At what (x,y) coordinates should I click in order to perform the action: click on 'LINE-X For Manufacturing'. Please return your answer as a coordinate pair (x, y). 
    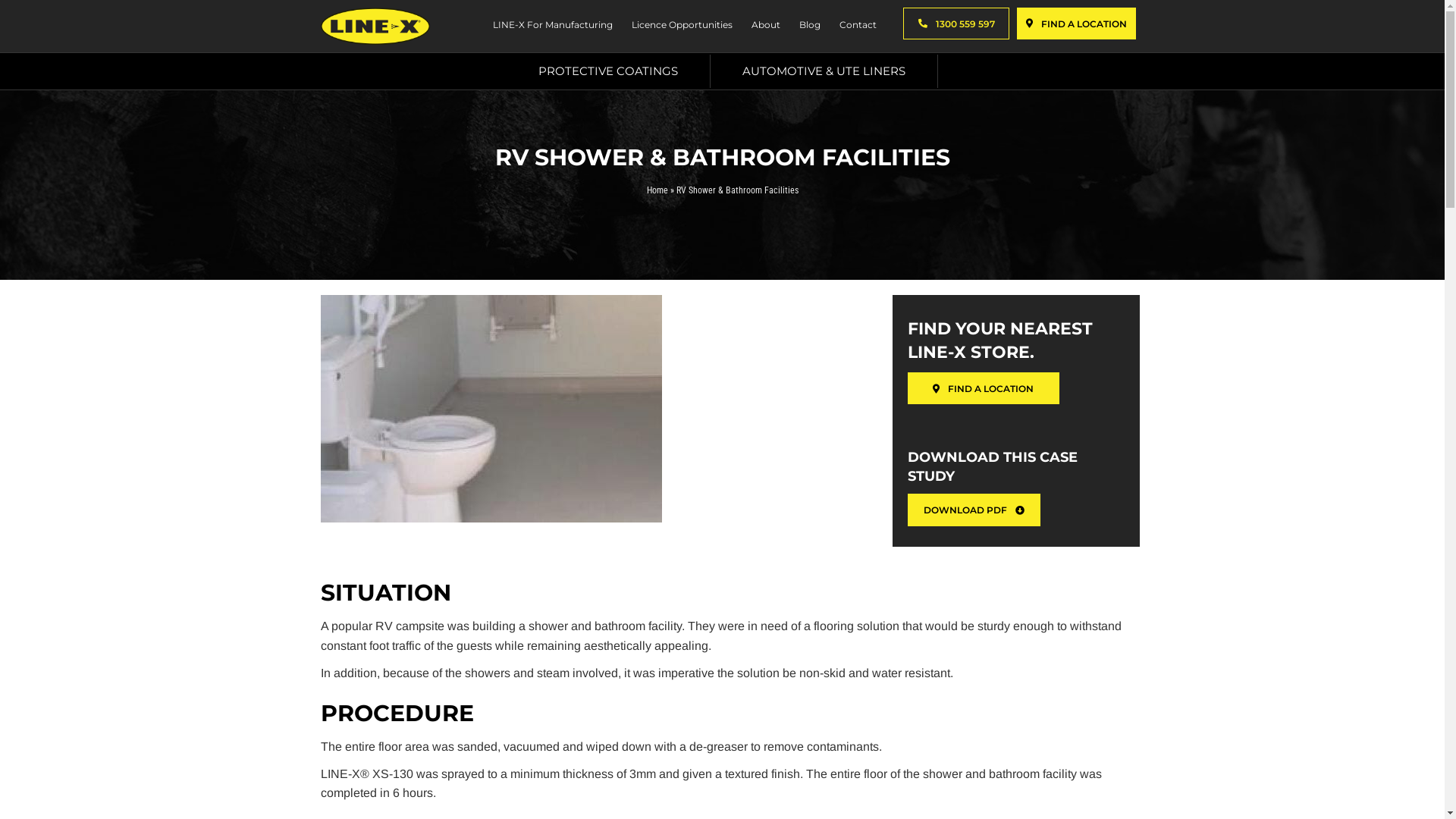
    Looking at the image, I should click on (550, 26).